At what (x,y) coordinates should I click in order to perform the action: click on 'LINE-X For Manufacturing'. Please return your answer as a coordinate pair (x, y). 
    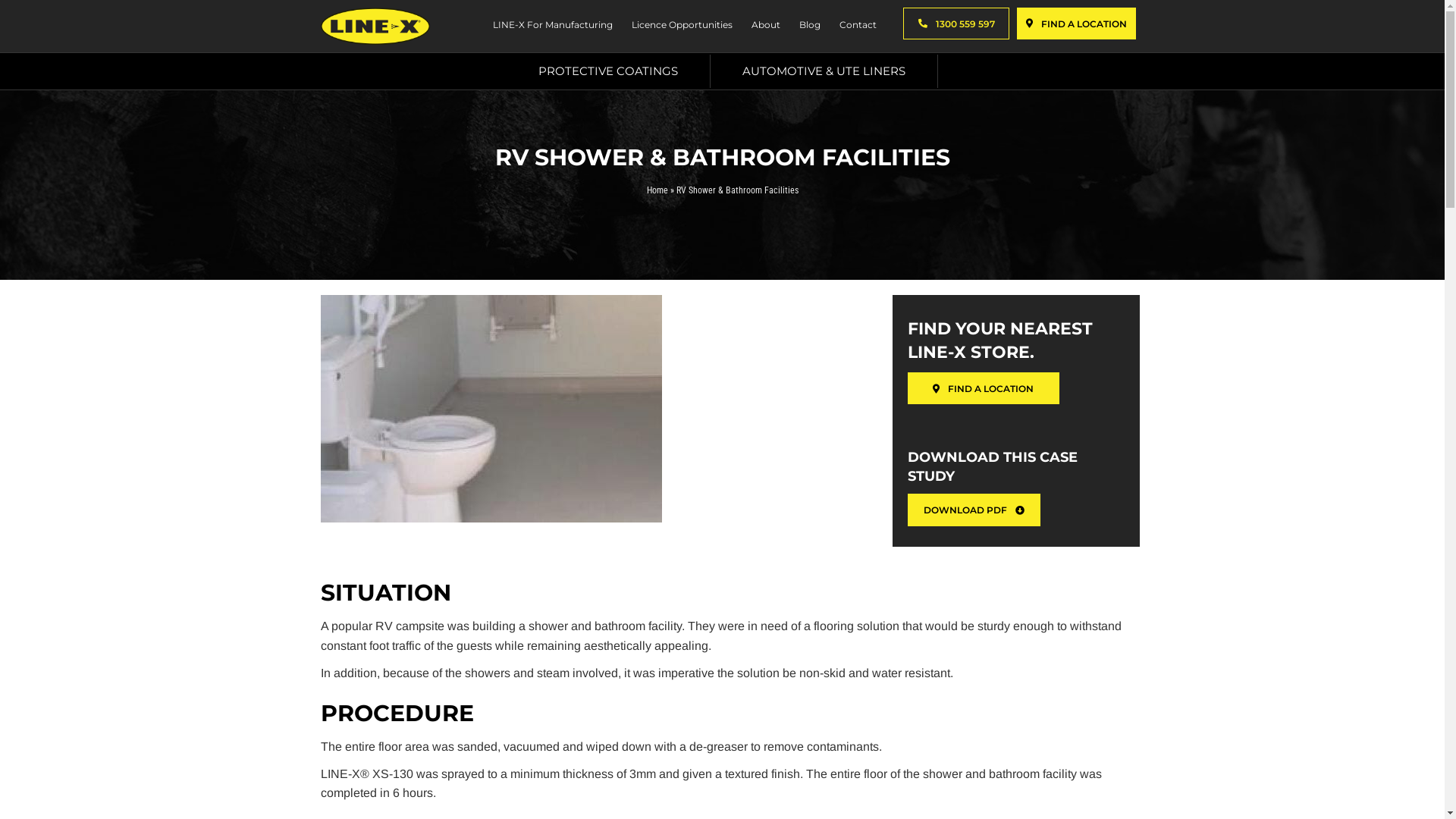
    Looking at the image, I should click on (550, 26).